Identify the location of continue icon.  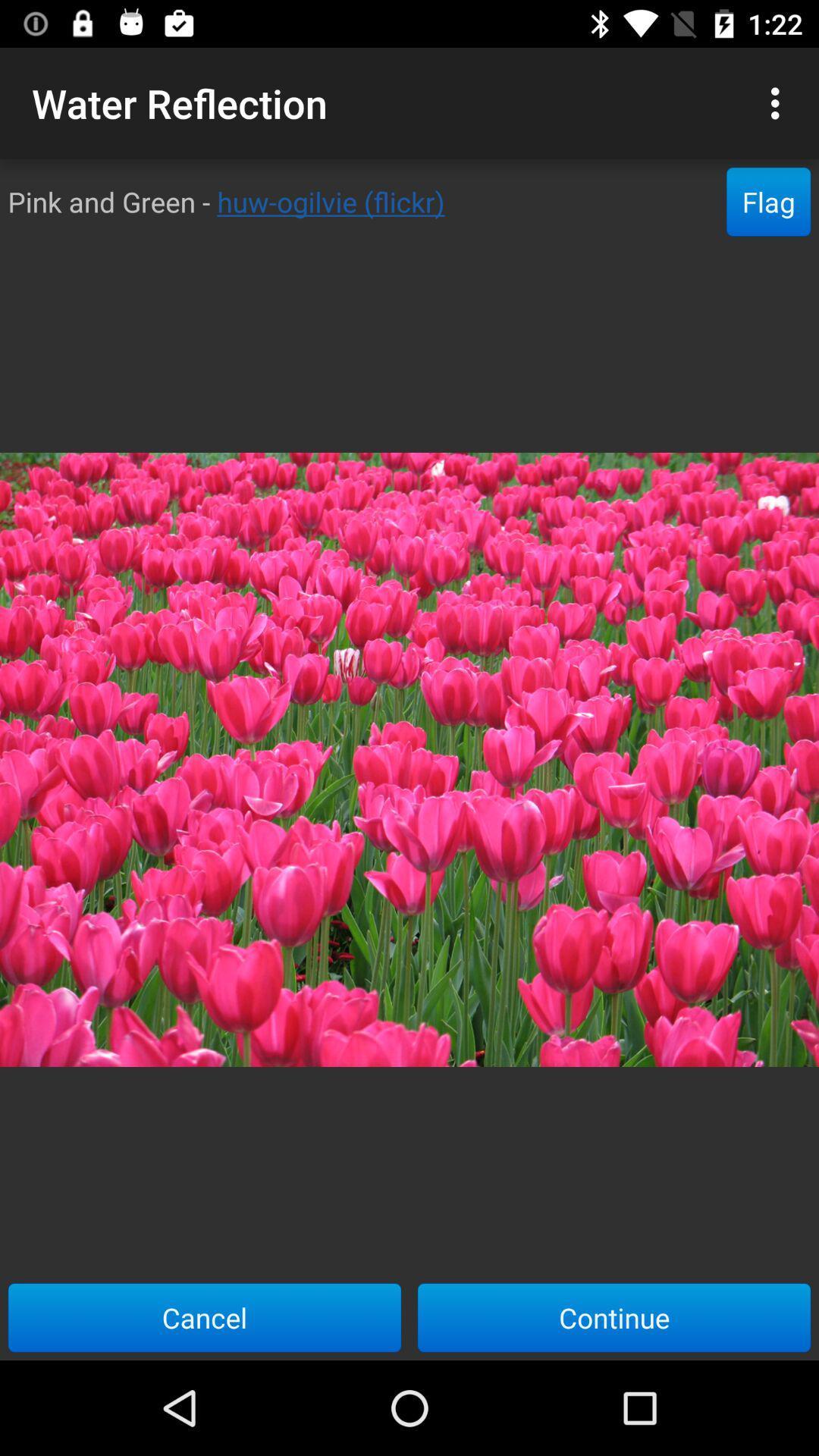
(614, 1316).